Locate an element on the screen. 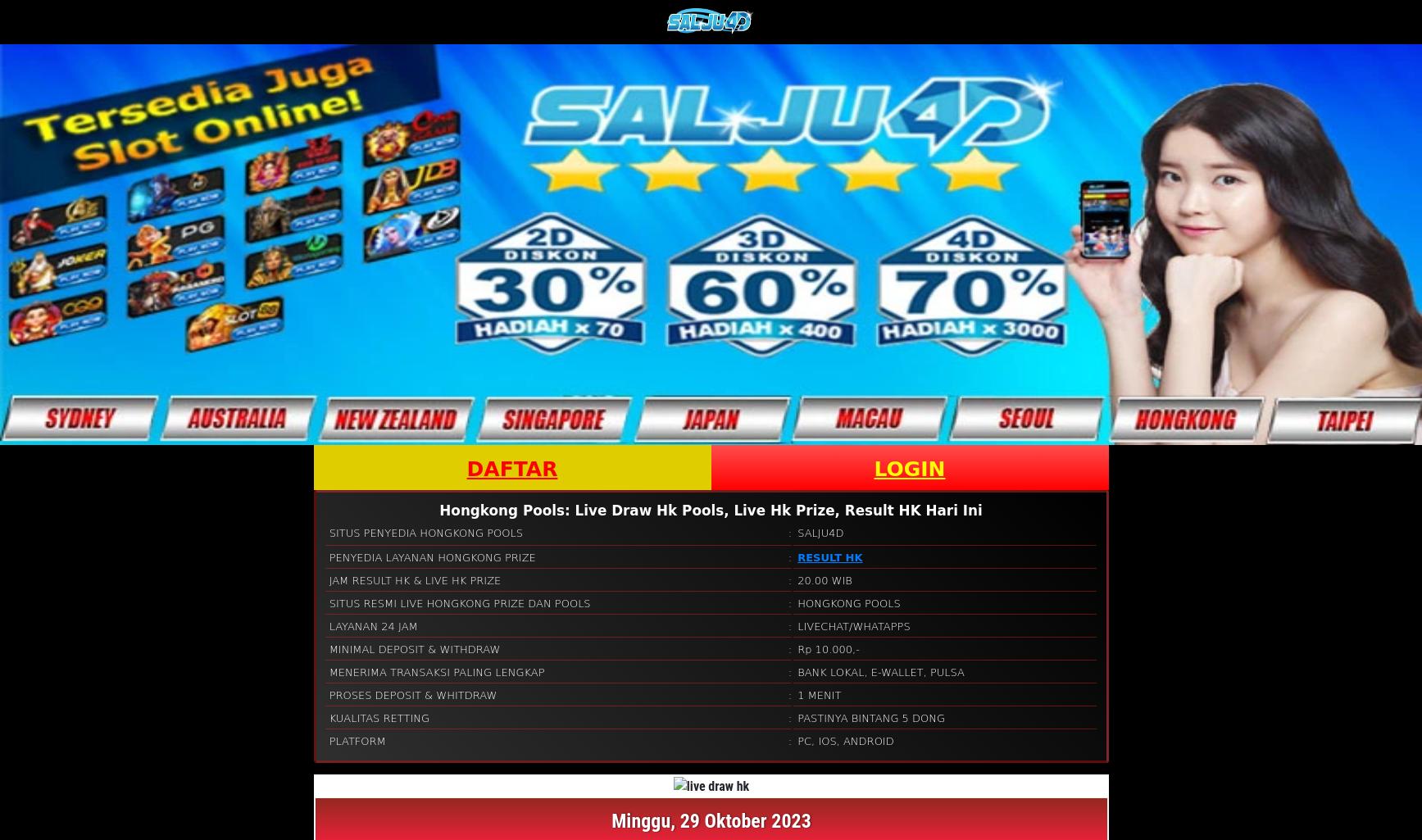  'KUALITAS RETTING' is located at coordinates (379, 717).